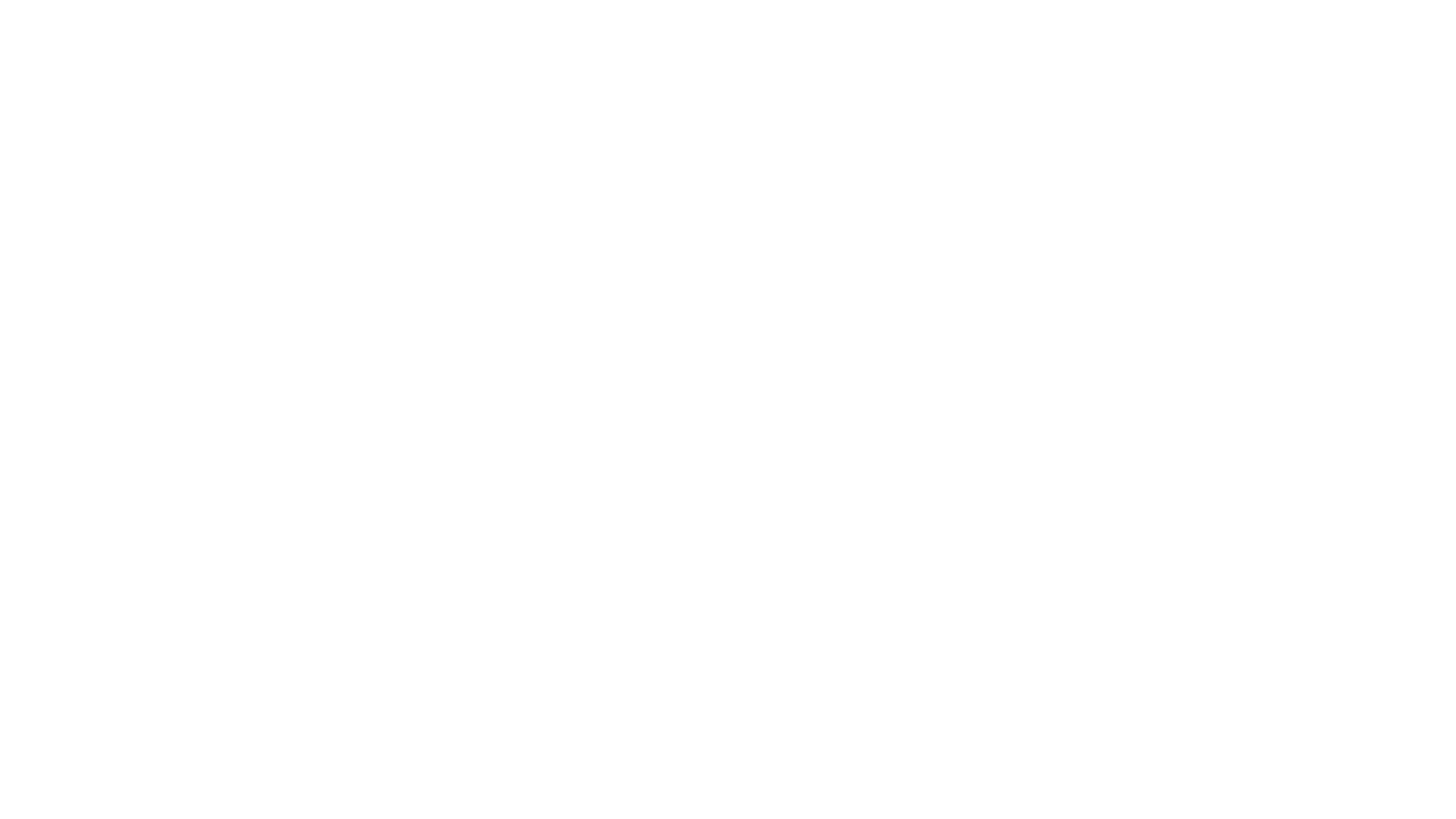 This screenshot has width=1456, height=819. I want to click on Find by City & State, so click(726, 305).